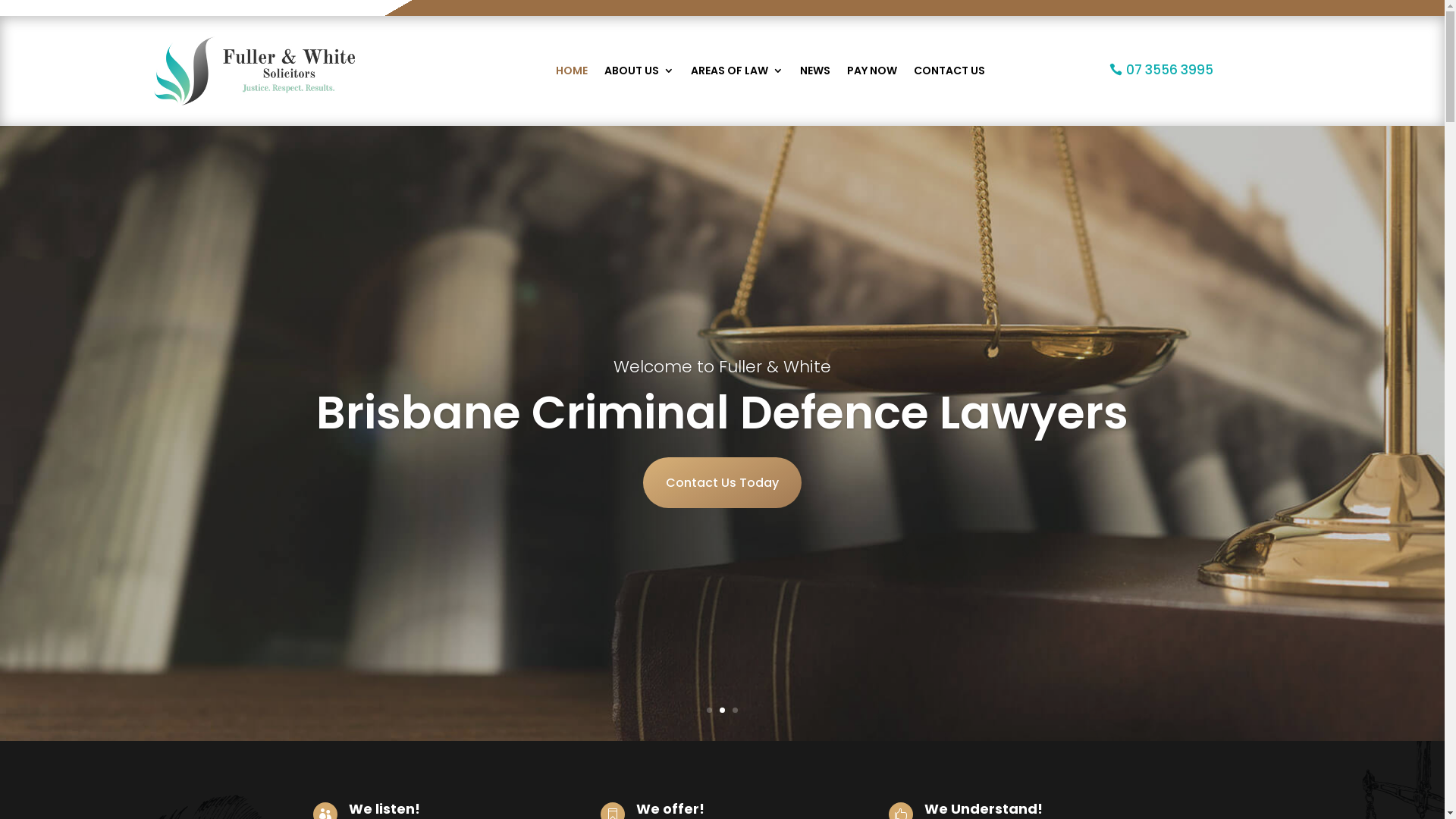 The width and height of the screenshot is (1456, 819). Describe the element at coordinates (948, 71) in the screenshot. I see `'CONTACT US'` at that location.